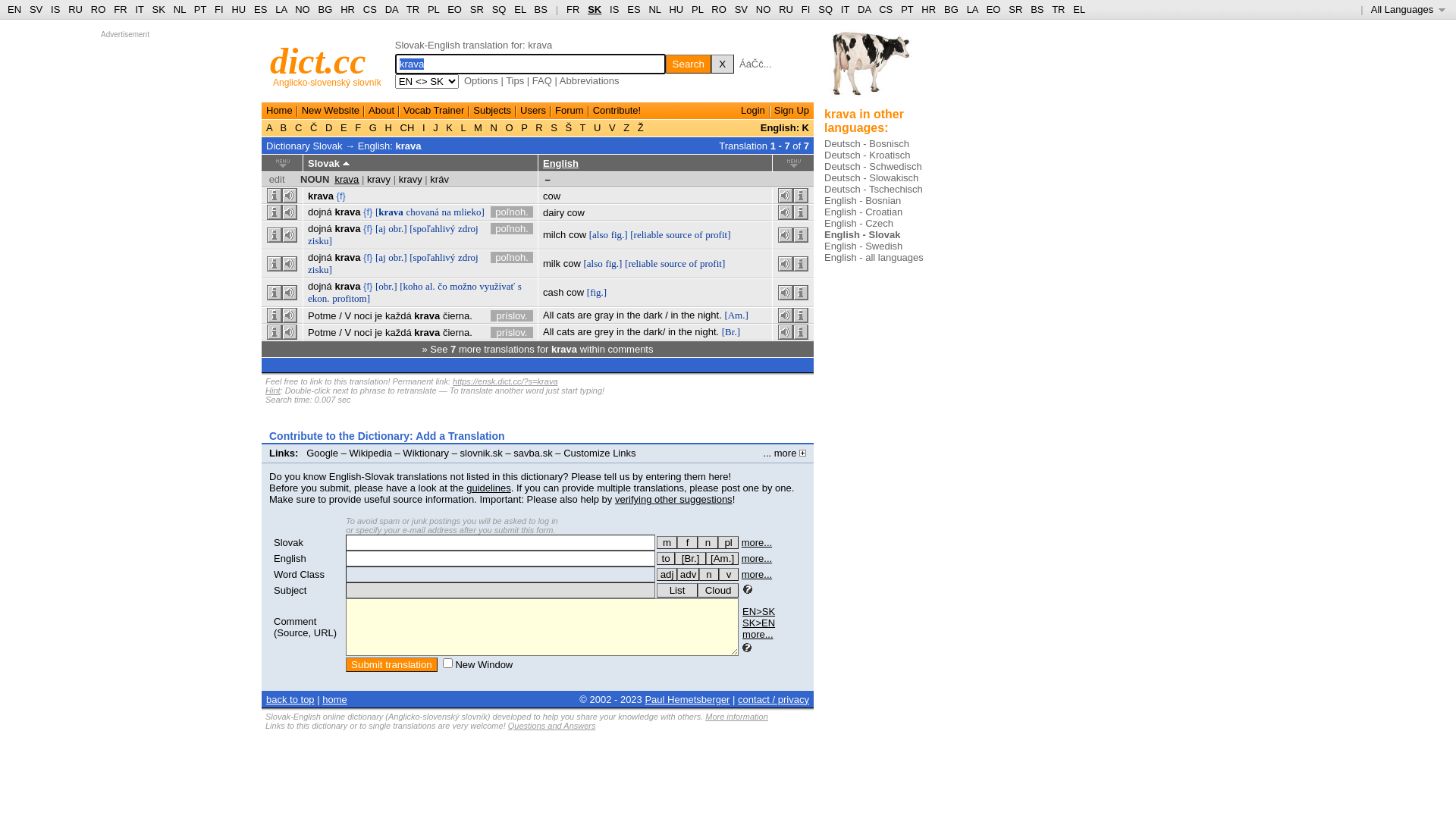 The height and width of the screenshot is (819, 1456). What do you see at coordinates (709, 314) in the screenshot?
I see `'night.'` at bounding box center [709, 314].